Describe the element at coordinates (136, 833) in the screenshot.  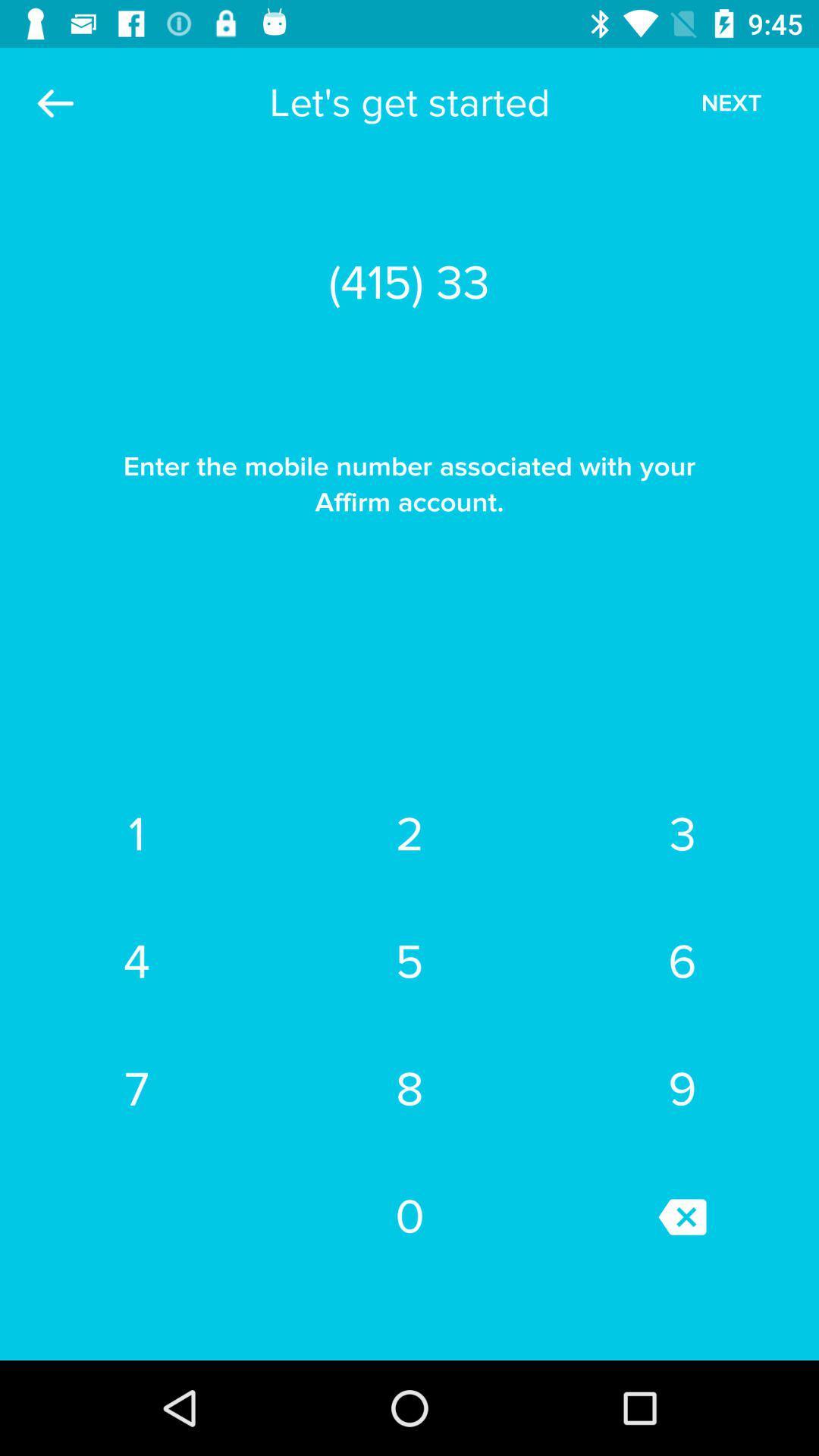
I see `the item below the enter the mobile` at that location.